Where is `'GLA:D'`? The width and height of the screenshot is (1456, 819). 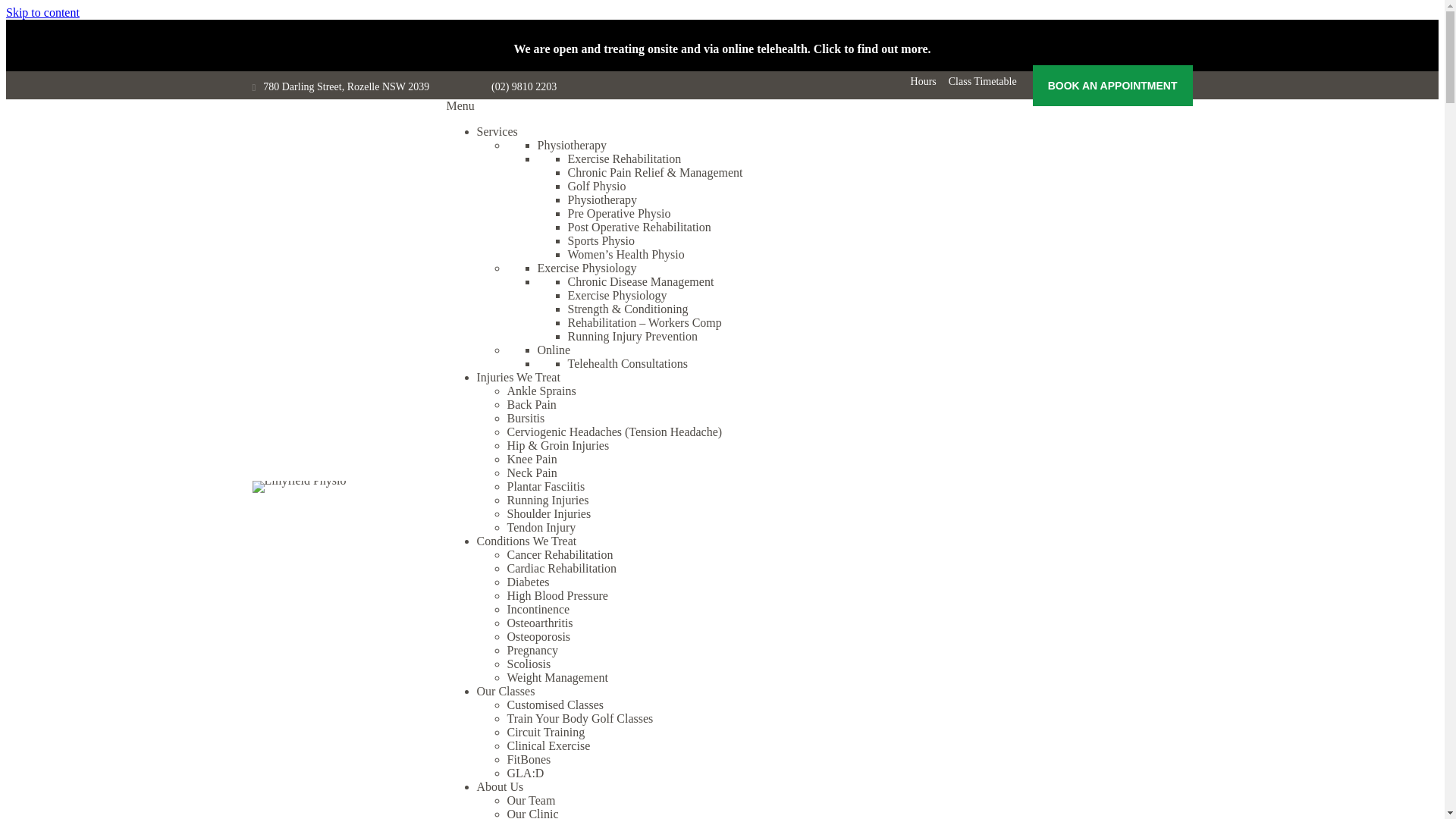 'GLA:D' is located at coordinates (525, 773).